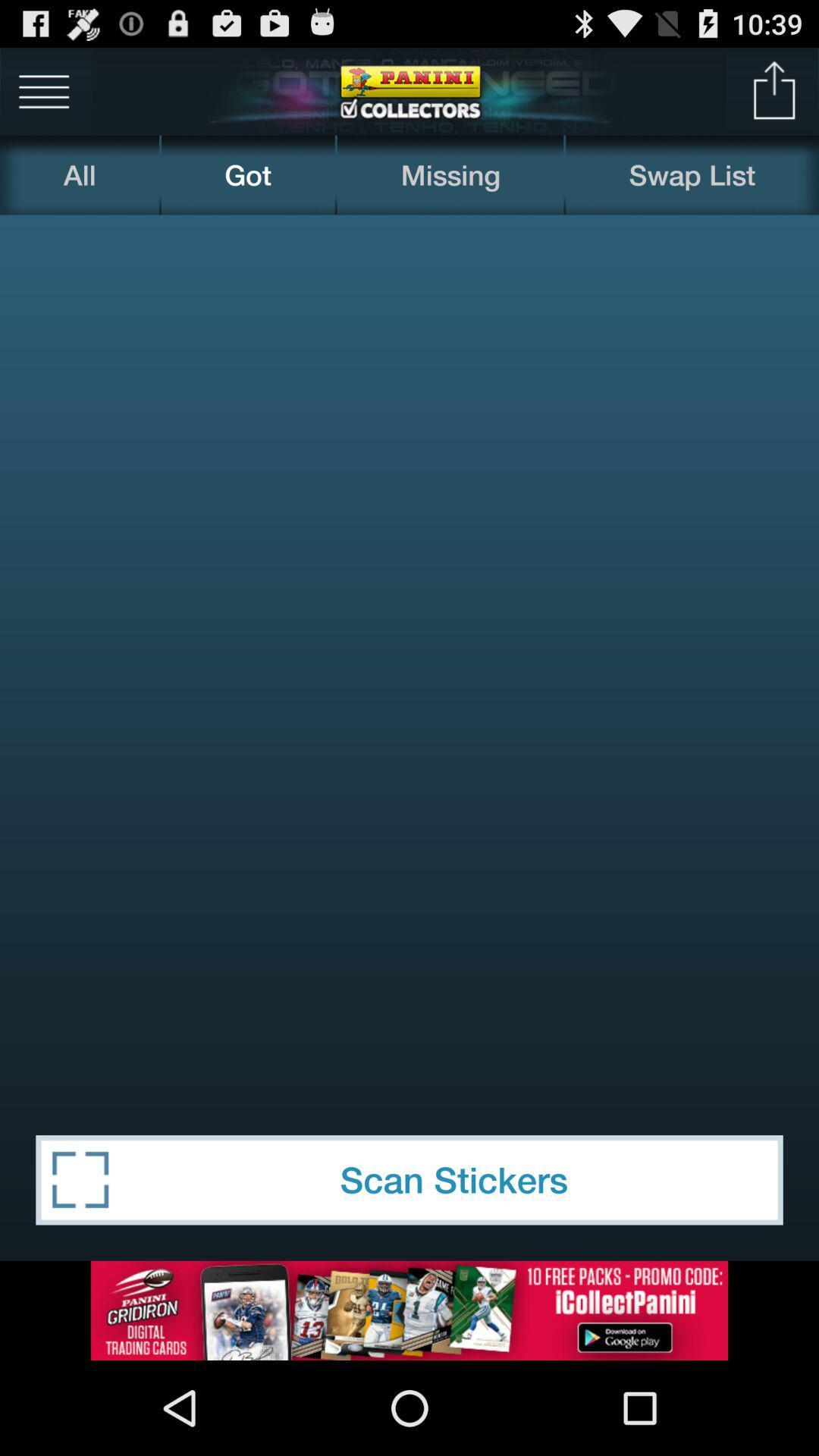 The height and width of the screenshot is (1456, 819). I want to click on the missing item, so click(450, 174).